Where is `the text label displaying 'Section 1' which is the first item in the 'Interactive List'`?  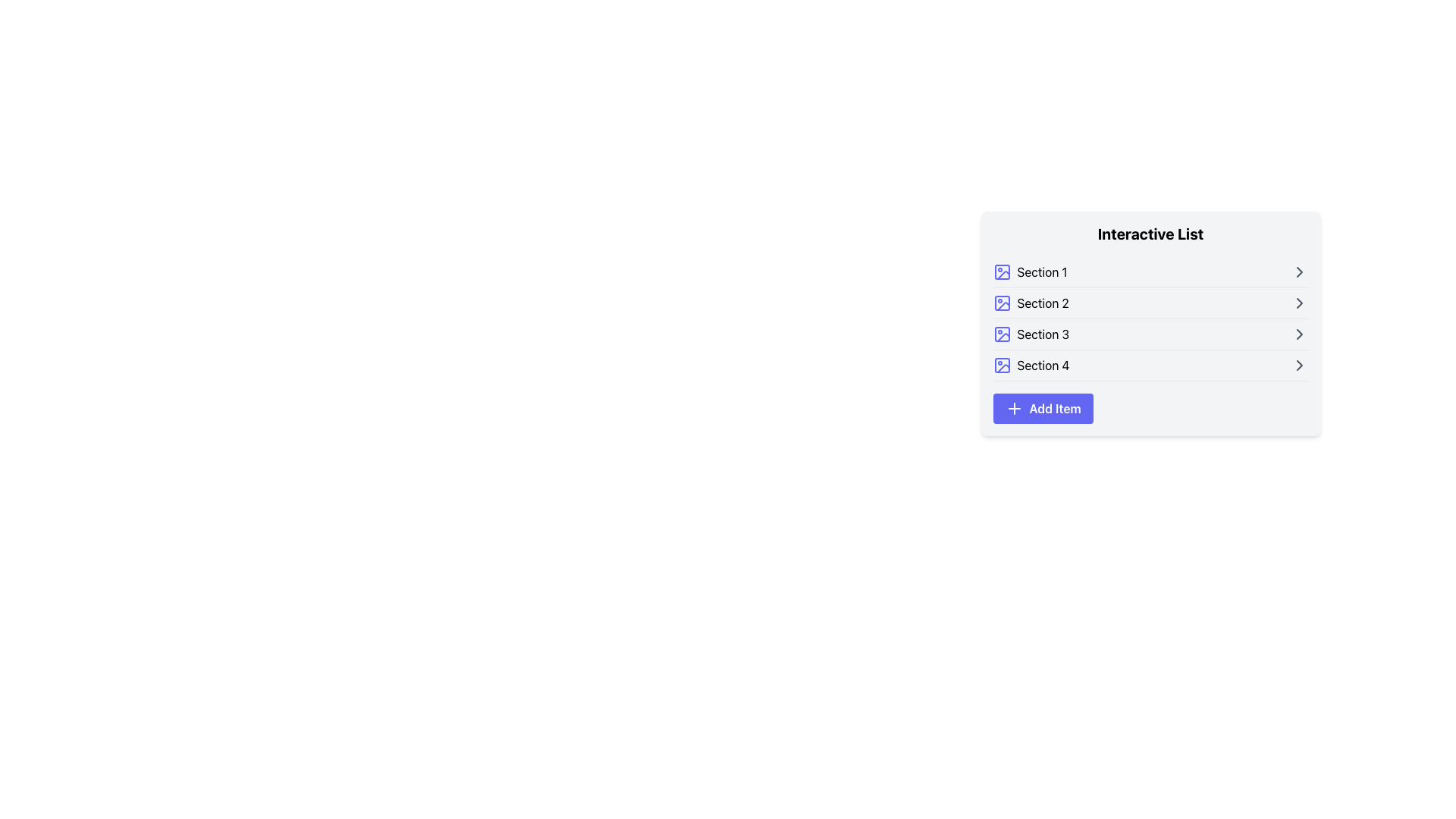 the text label displaying 'Section 1' which is the first item in the 'Interactive List' is located at coordinates (1041, 271).